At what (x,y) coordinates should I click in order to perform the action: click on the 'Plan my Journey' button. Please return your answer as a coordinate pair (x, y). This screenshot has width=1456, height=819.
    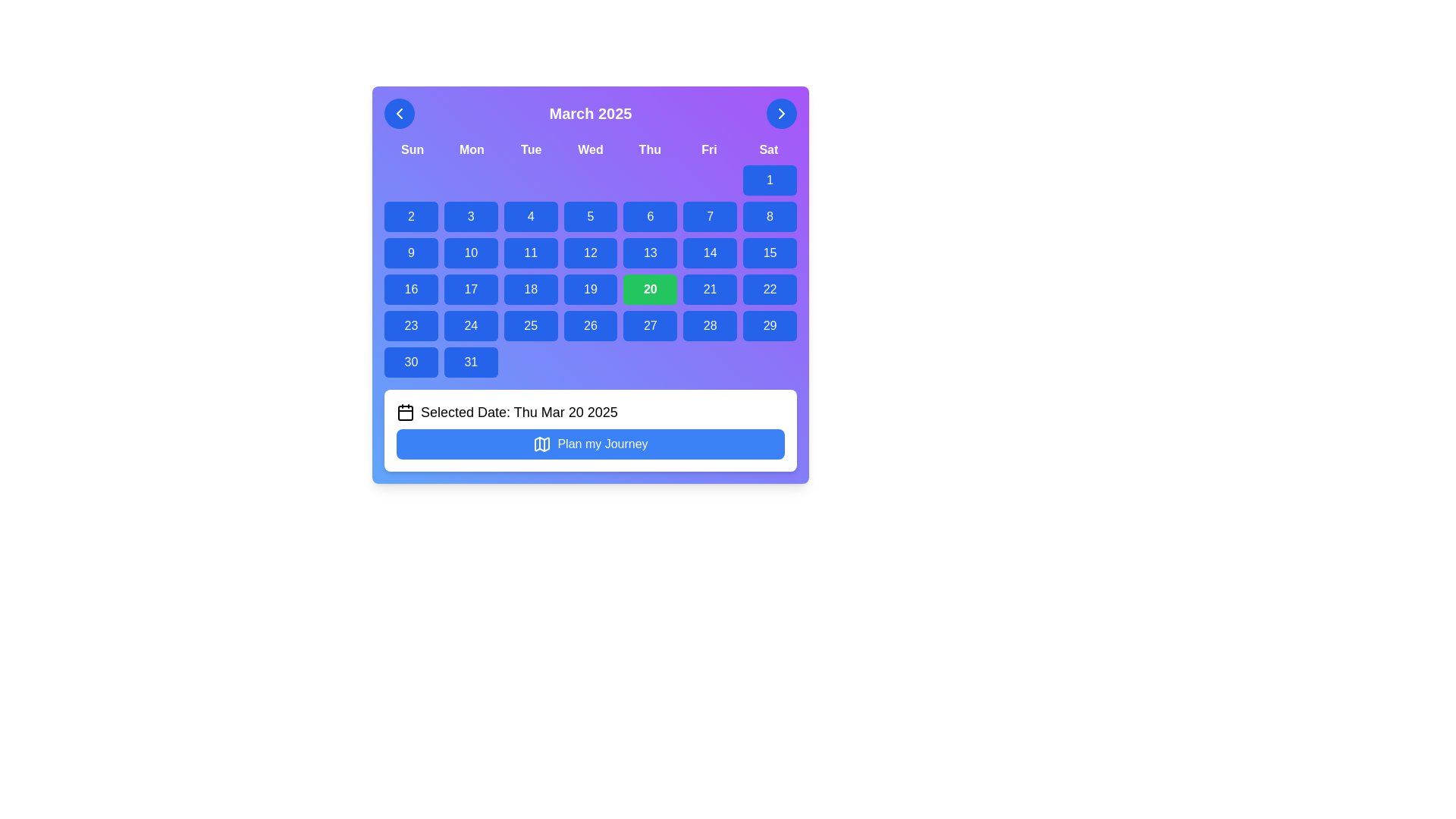
    Looking at the image, I should click on (542, 444).